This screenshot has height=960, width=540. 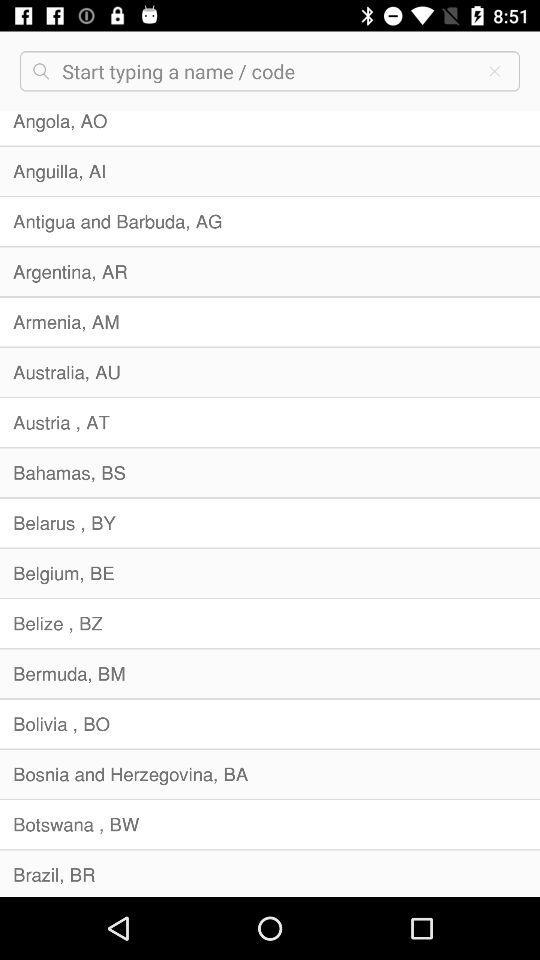 I want to click on erase search bar text, so click(x=493, y=71).